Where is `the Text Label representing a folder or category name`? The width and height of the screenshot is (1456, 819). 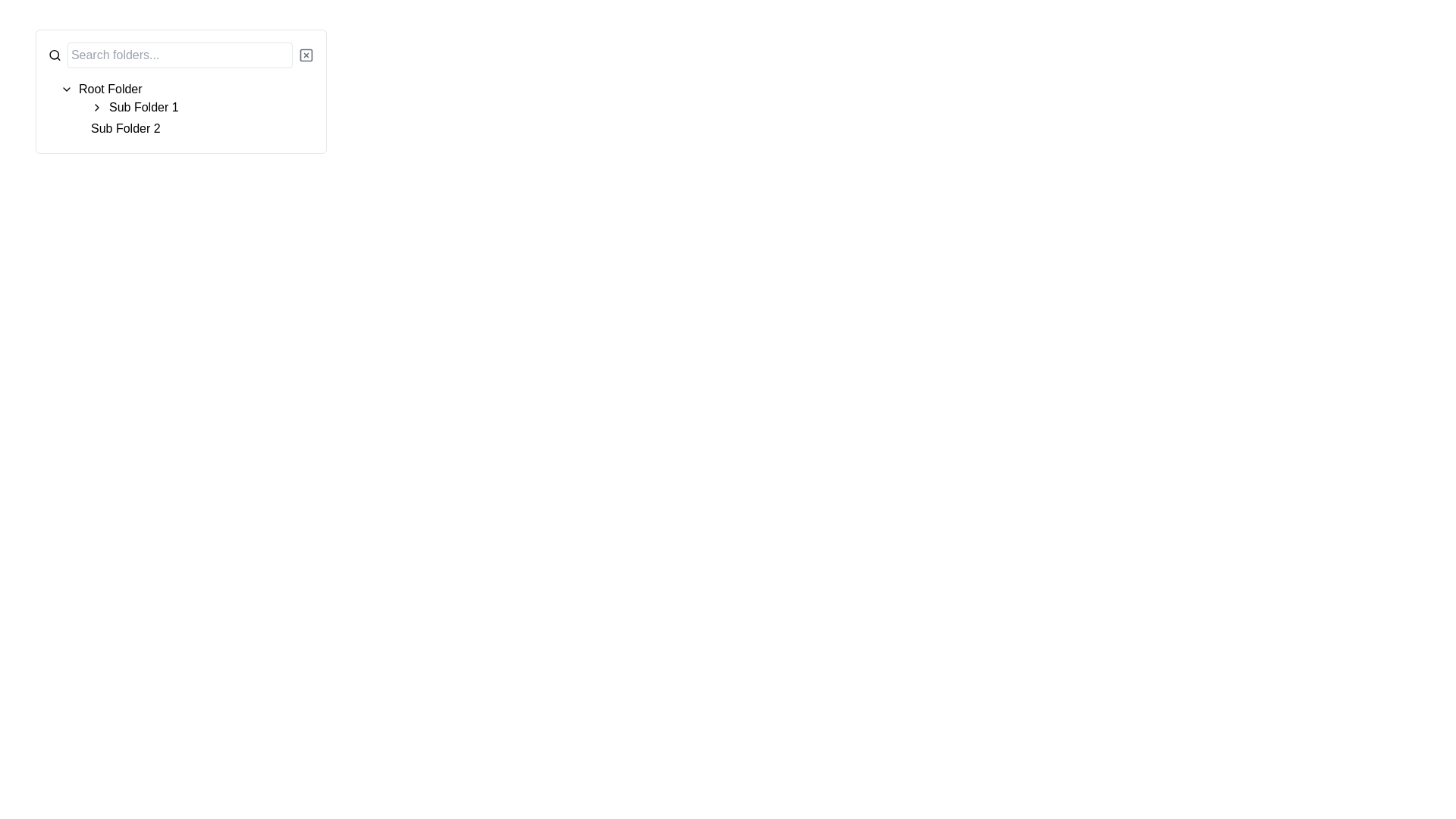 the Text Label representing a folder or category name is located at coordinates (125, 127).